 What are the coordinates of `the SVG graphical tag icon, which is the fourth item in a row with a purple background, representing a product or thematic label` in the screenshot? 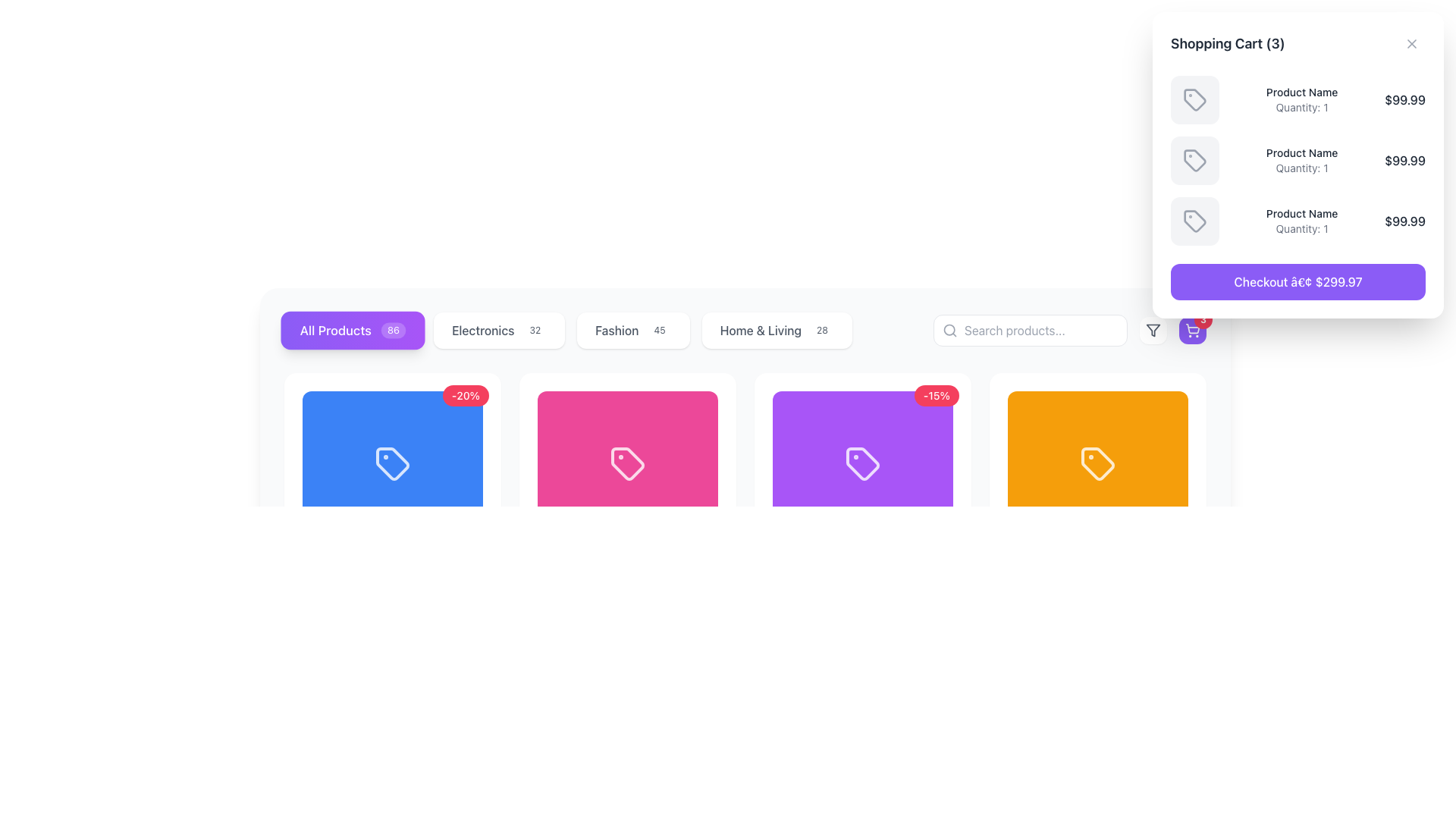 It's located at (862, 463).